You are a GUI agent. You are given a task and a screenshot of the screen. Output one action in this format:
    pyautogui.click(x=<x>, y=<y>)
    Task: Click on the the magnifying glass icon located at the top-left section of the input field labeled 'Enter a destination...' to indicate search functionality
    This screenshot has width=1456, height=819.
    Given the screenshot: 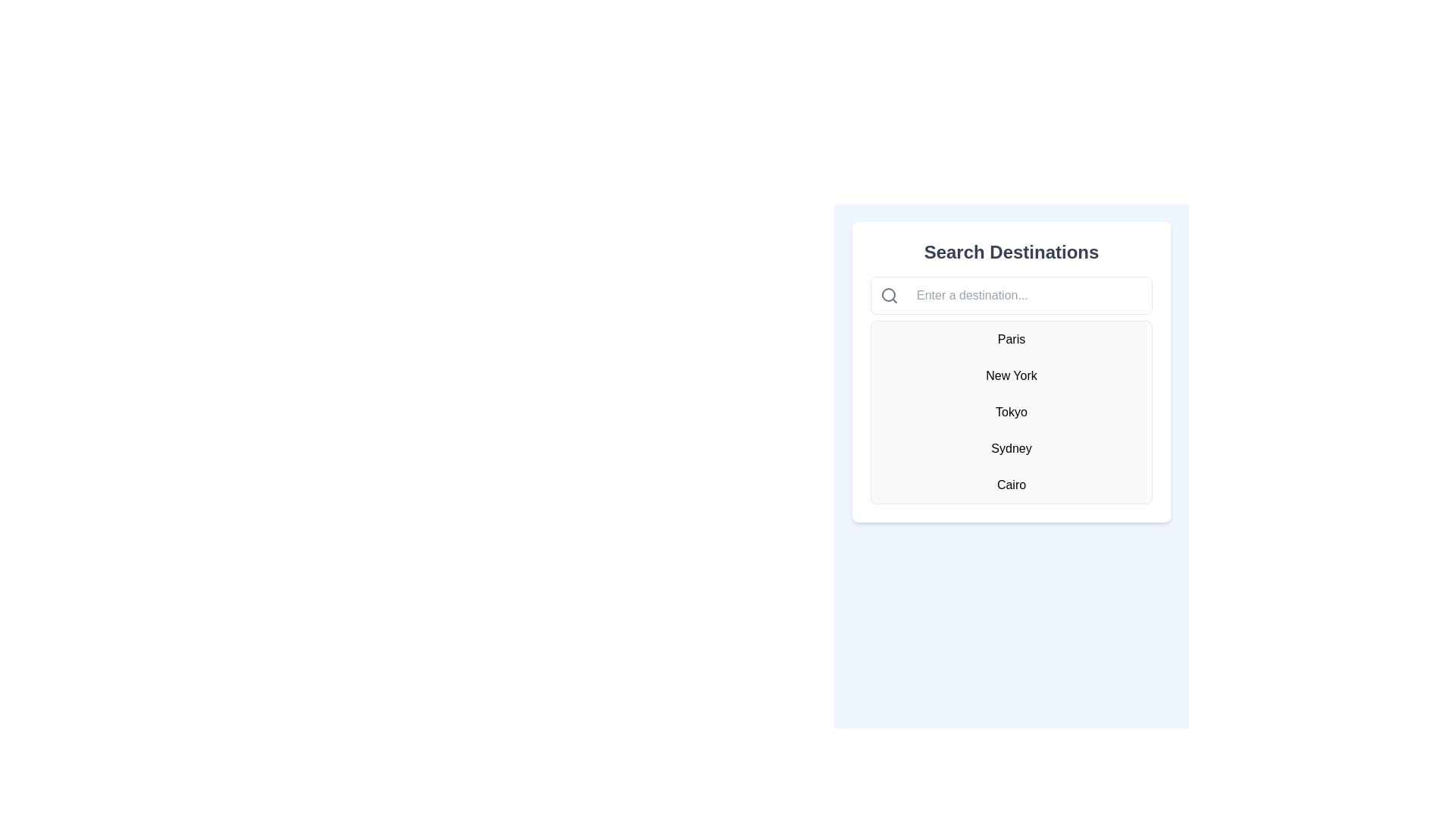 What is the action you would take?
    pyautogui.click(x=889, y=295)
    